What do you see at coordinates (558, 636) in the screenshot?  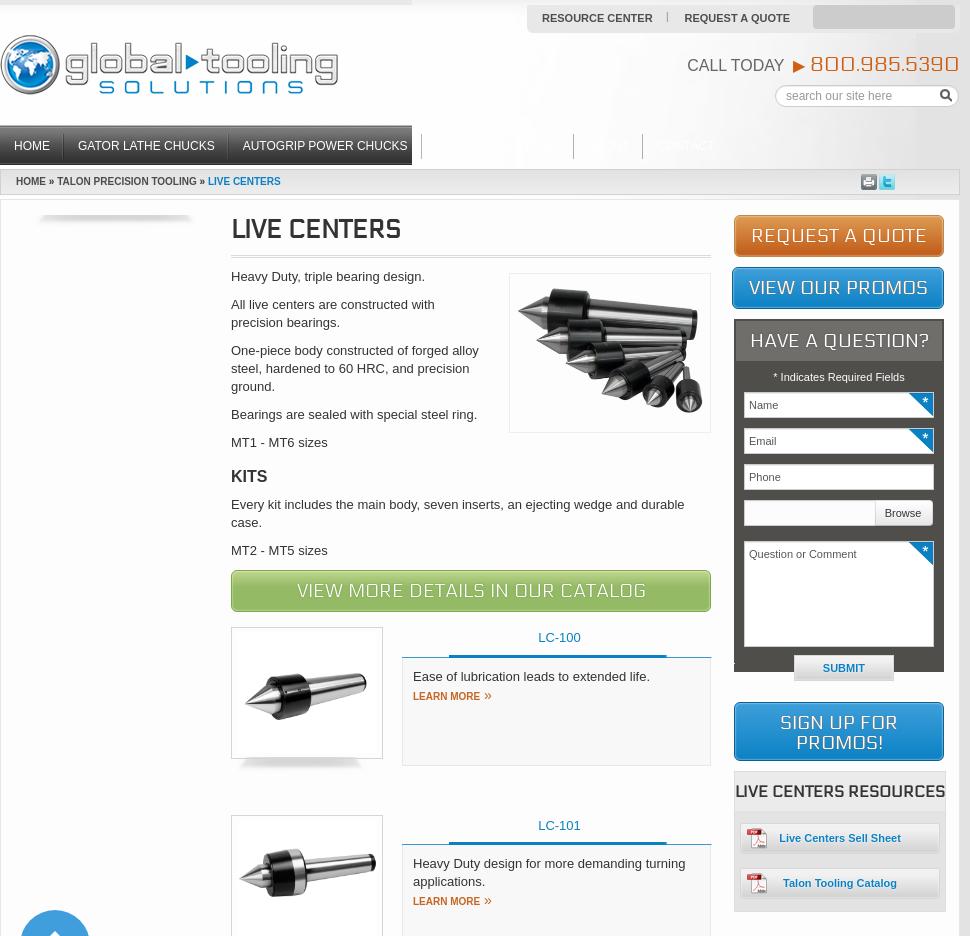 I see `'LC-100'` at bounding box center [558, 636].